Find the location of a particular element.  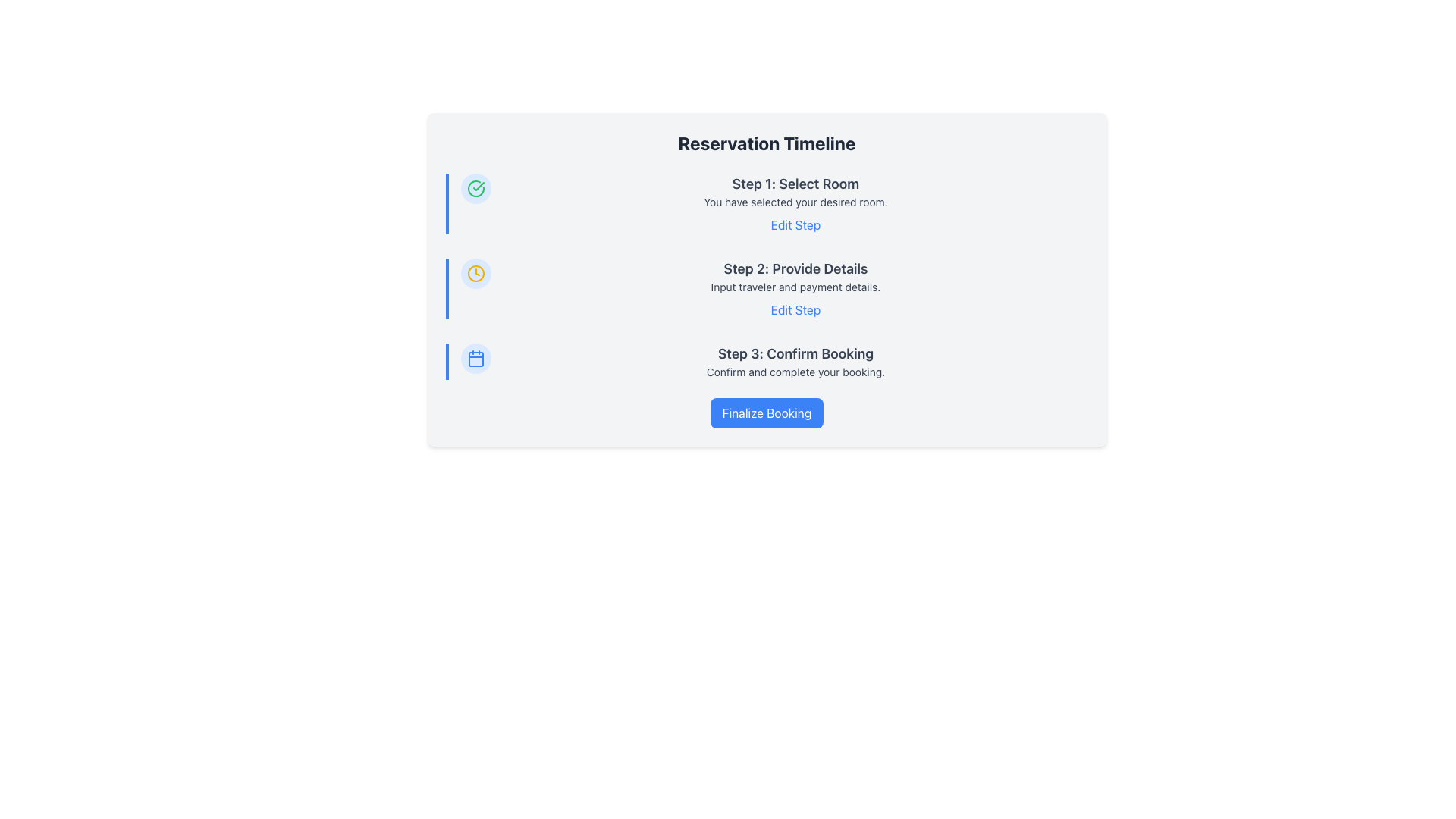

the third step icon in the reservation process timeline, located beside the label 'Step 3: Confirm Booking' is located at coordinates (475, 359).